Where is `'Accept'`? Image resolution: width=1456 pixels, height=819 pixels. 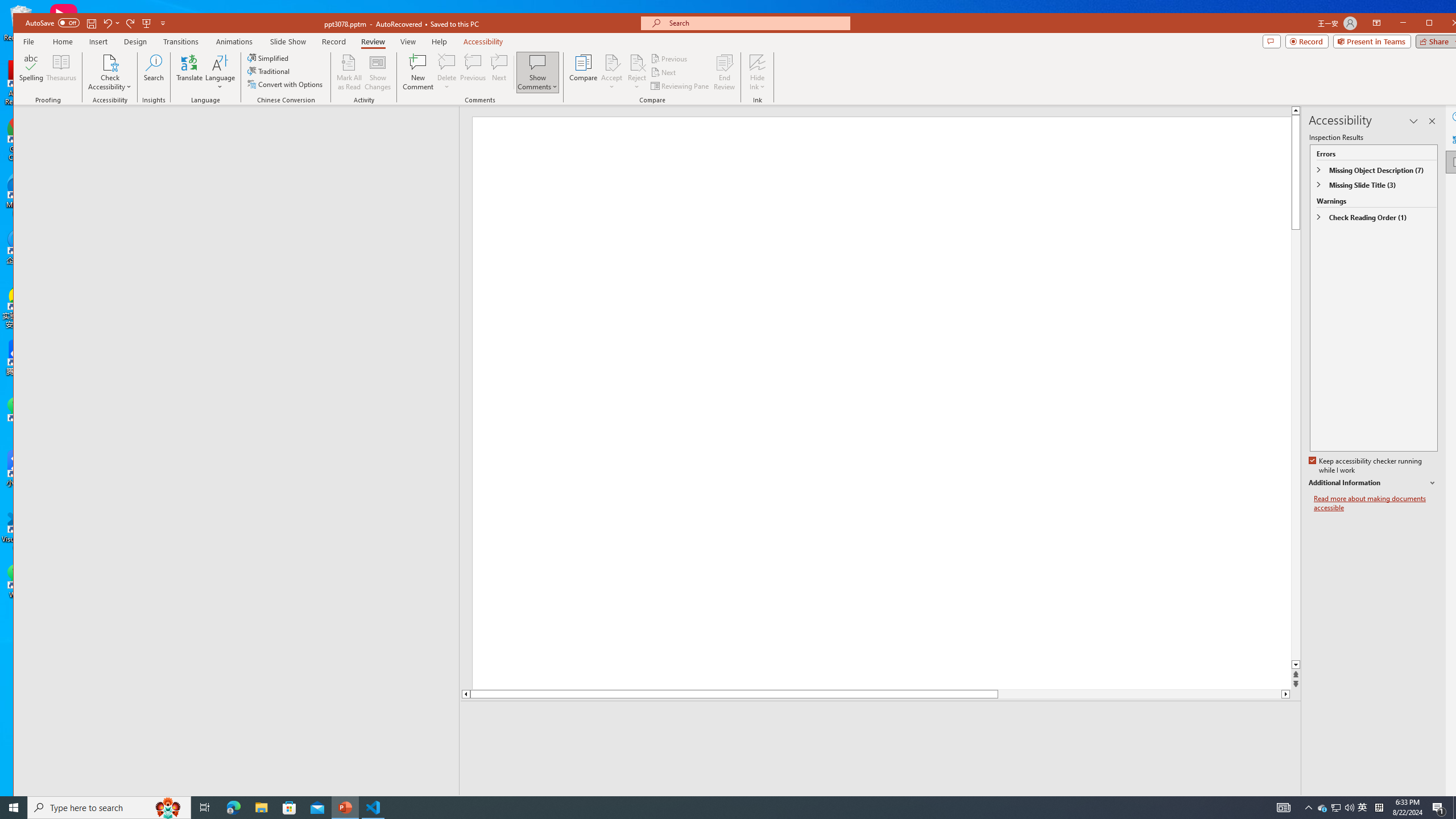 'Accept' is located at coordinates (612, 72).